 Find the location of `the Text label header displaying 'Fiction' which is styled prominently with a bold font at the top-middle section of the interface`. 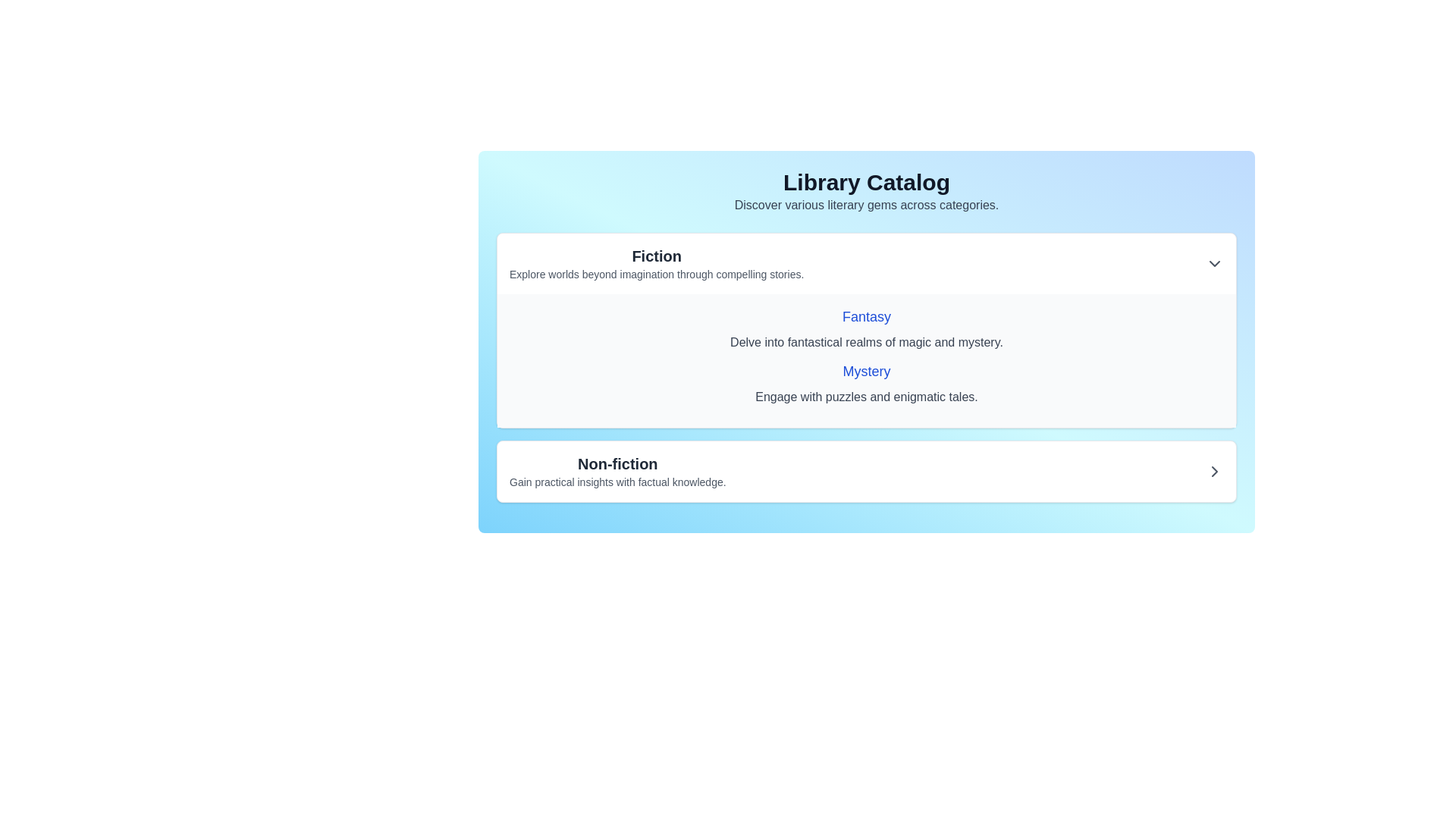

the Text label header displaying 'Fiction' which is styled prominently with a bold font at the top-middle section of the interface is located at coordinates (657, 256).